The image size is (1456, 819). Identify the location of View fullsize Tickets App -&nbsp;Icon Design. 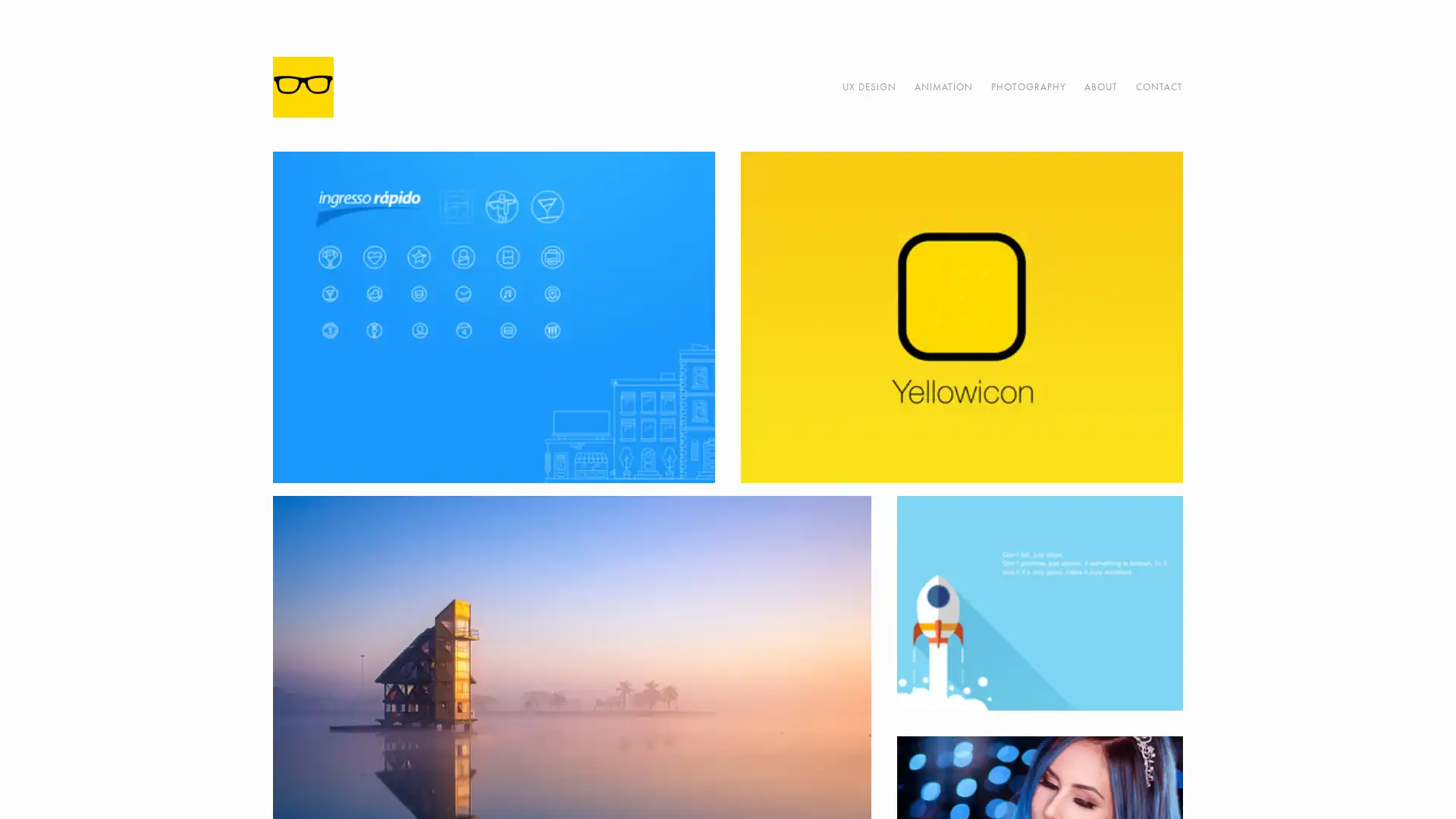
(494, 316).